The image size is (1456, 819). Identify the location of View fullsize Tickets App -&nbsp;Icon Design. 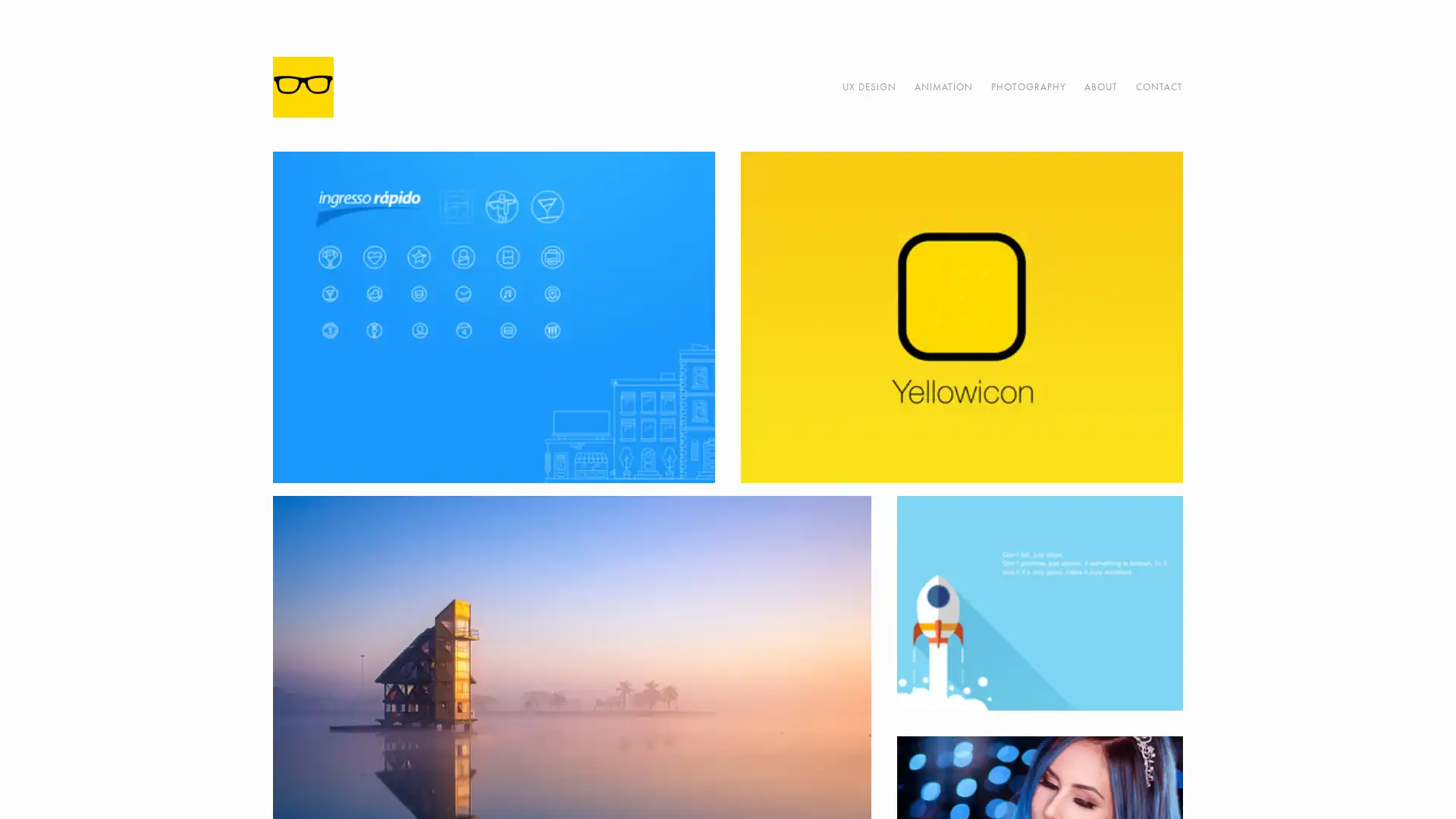
(494, 316).